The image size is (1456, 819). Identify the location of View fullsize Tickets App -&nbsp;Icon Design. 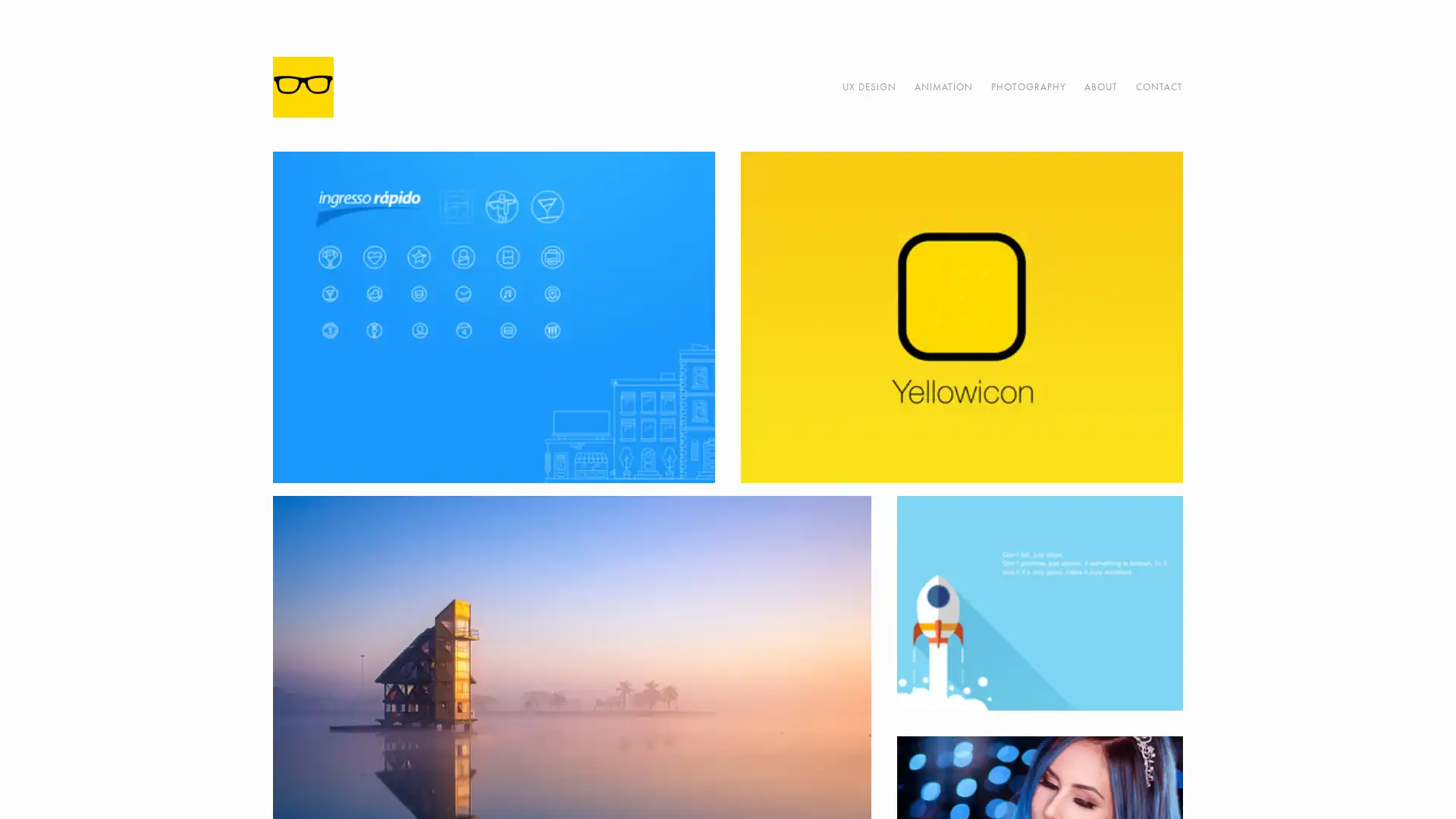
(494, 316).